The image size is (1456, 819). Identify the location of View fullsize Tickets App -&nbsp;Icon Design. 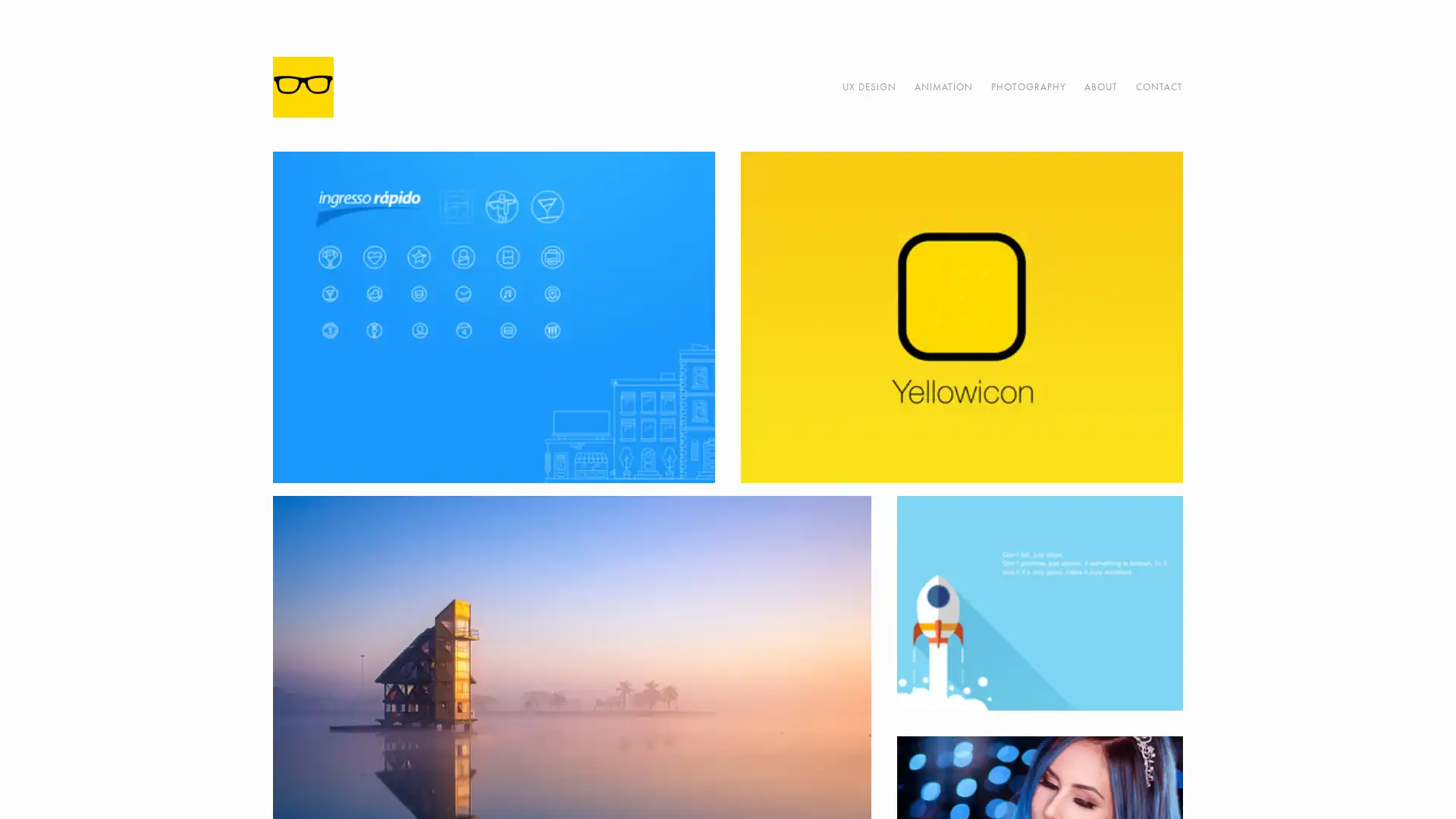
(494, 316).